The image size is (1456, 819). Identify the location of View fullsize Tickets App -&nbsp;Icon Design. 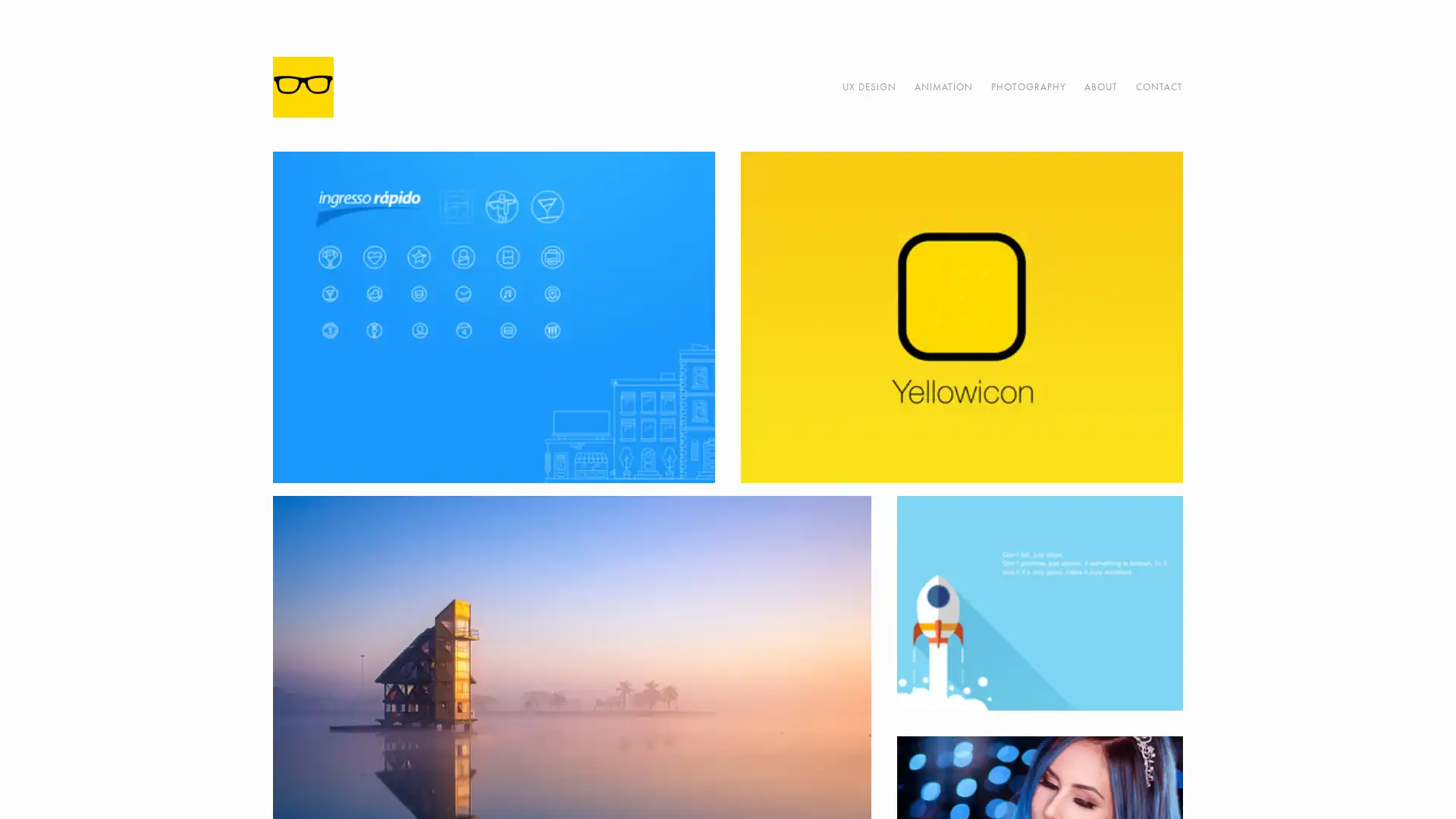
(494, 316).